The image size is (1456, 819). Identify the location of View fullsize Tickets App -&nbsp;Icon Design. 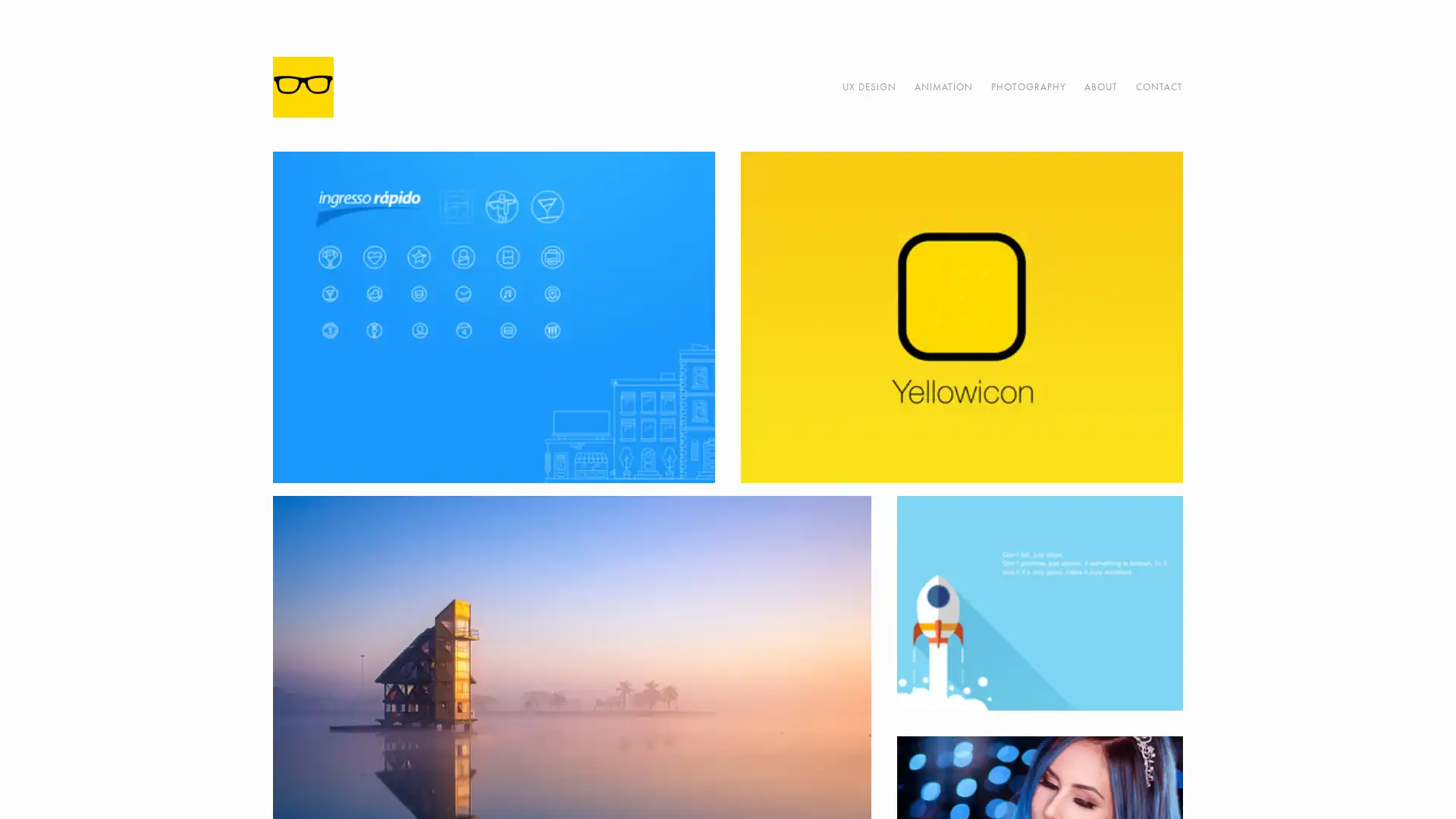
(494, 316).